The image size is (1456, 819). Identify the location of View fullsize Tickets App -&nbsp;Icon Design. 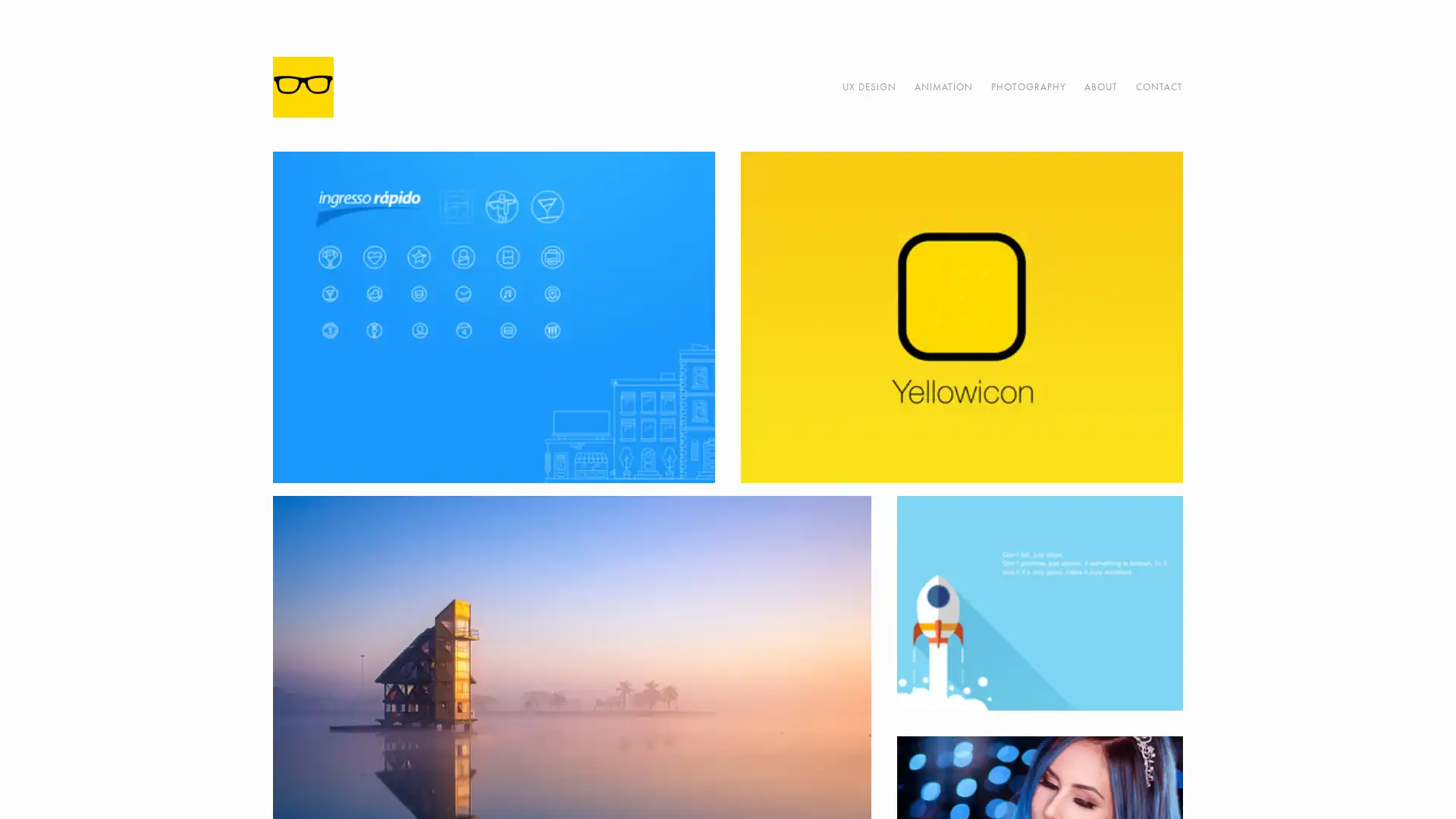
(494, 316).